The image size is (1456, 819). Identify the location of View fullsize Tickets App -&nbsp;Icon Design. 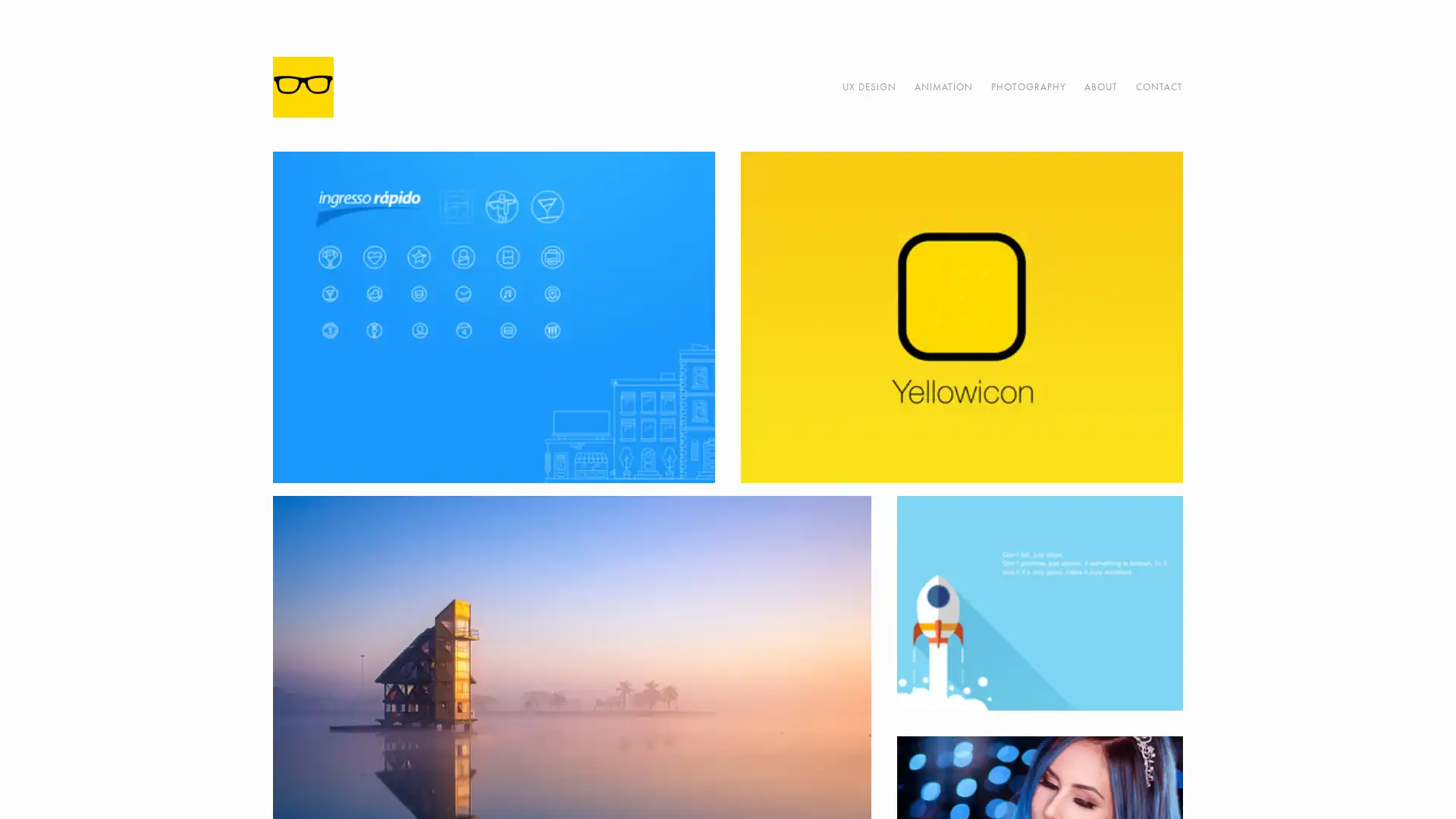
(494, 316).